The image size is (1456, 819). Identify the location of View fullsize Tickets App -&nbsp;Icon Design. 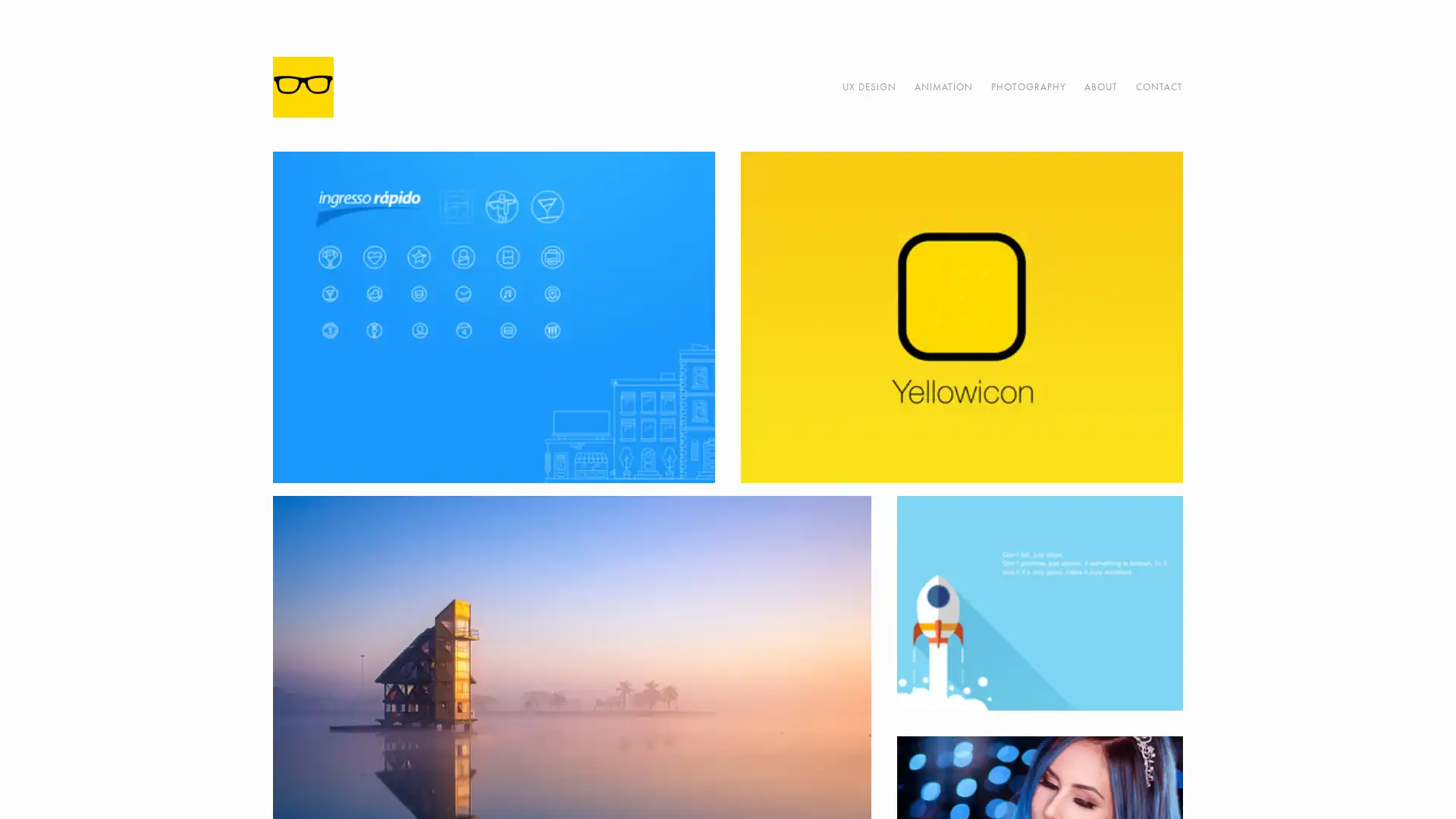
(494, 316).